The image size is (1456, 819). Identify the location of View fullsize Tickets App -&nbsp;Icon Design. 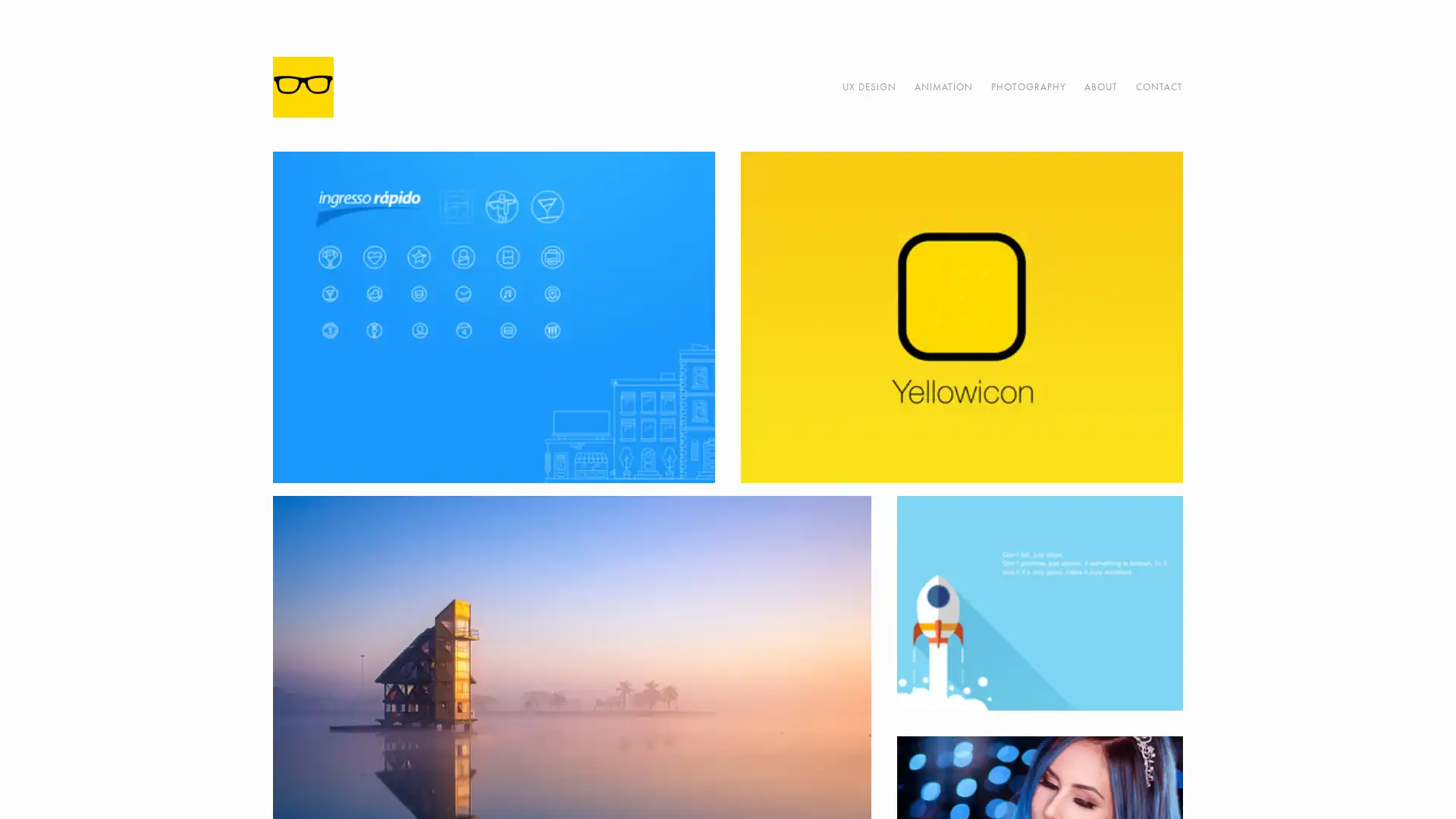
(494, 316).